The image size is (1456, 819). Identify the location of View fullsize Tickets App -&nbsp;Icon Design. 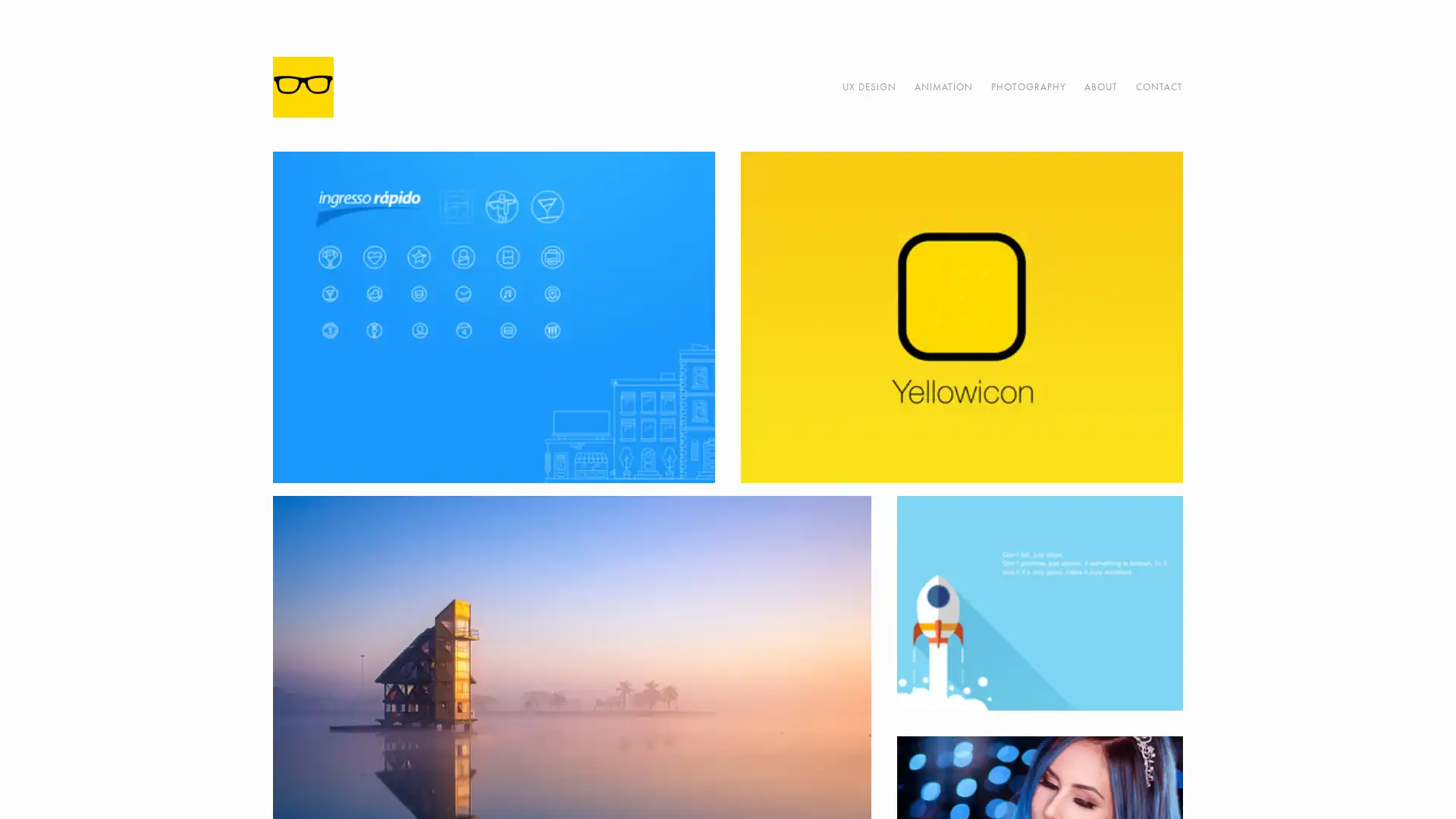
(494, 316).